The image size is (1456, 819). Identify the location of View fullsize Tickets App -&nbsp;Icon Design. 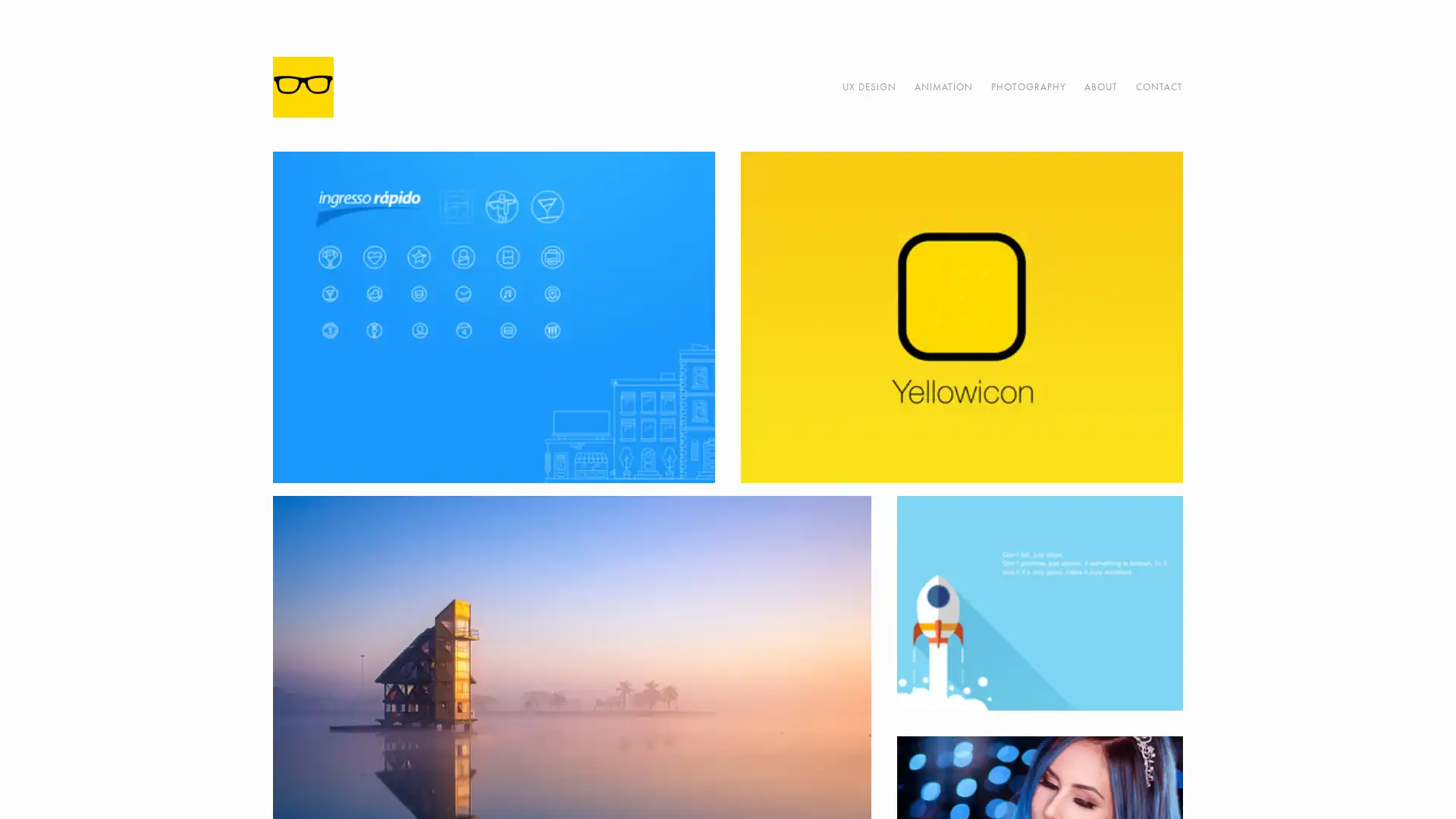
(494, 316).